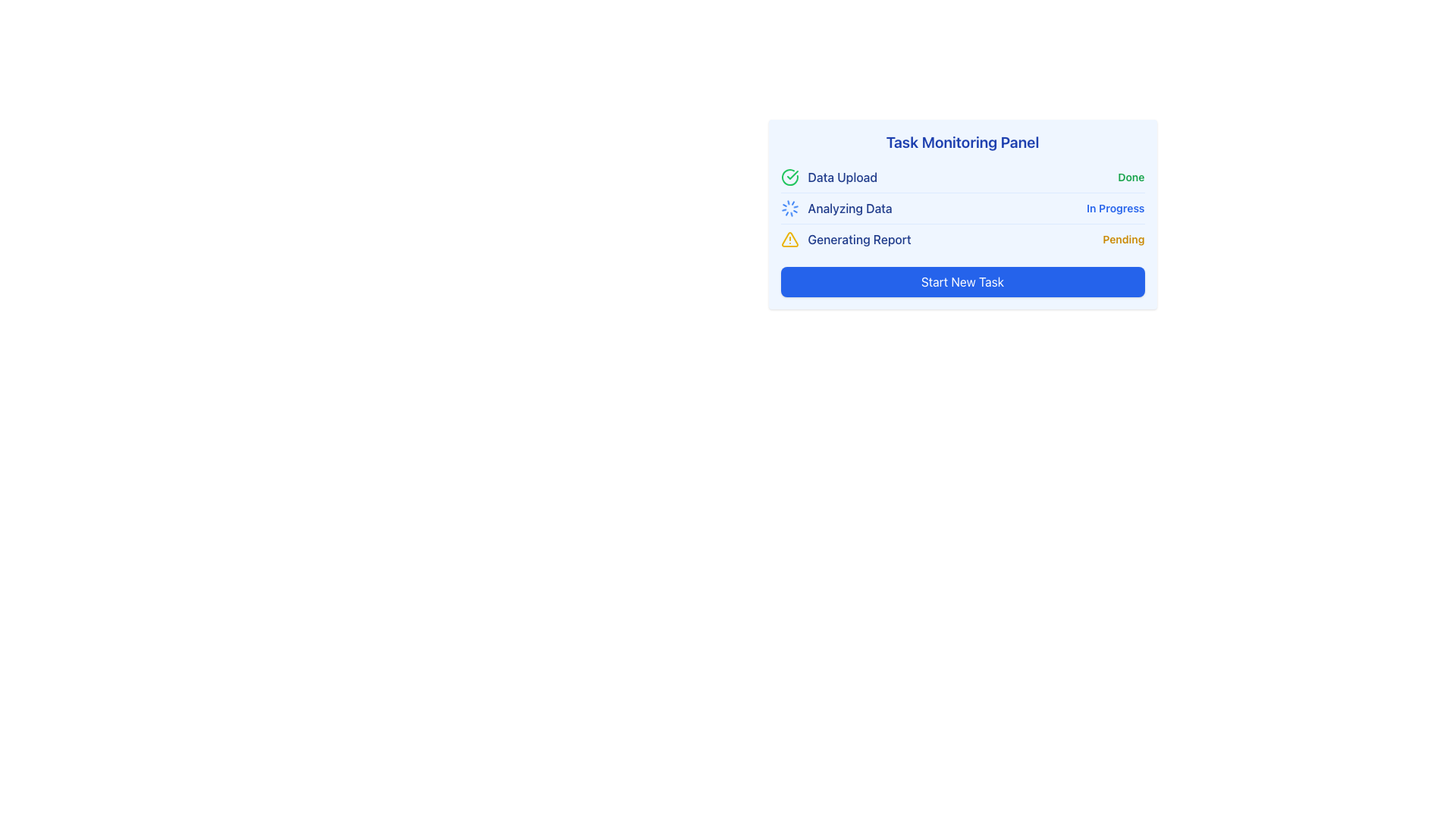 The image size is (1456, 819). I want to click on the blue text label reading 'Generating Report', which is located to the left of the 'Pending' status indicator within the task monitoring panel, so click(859, 239).